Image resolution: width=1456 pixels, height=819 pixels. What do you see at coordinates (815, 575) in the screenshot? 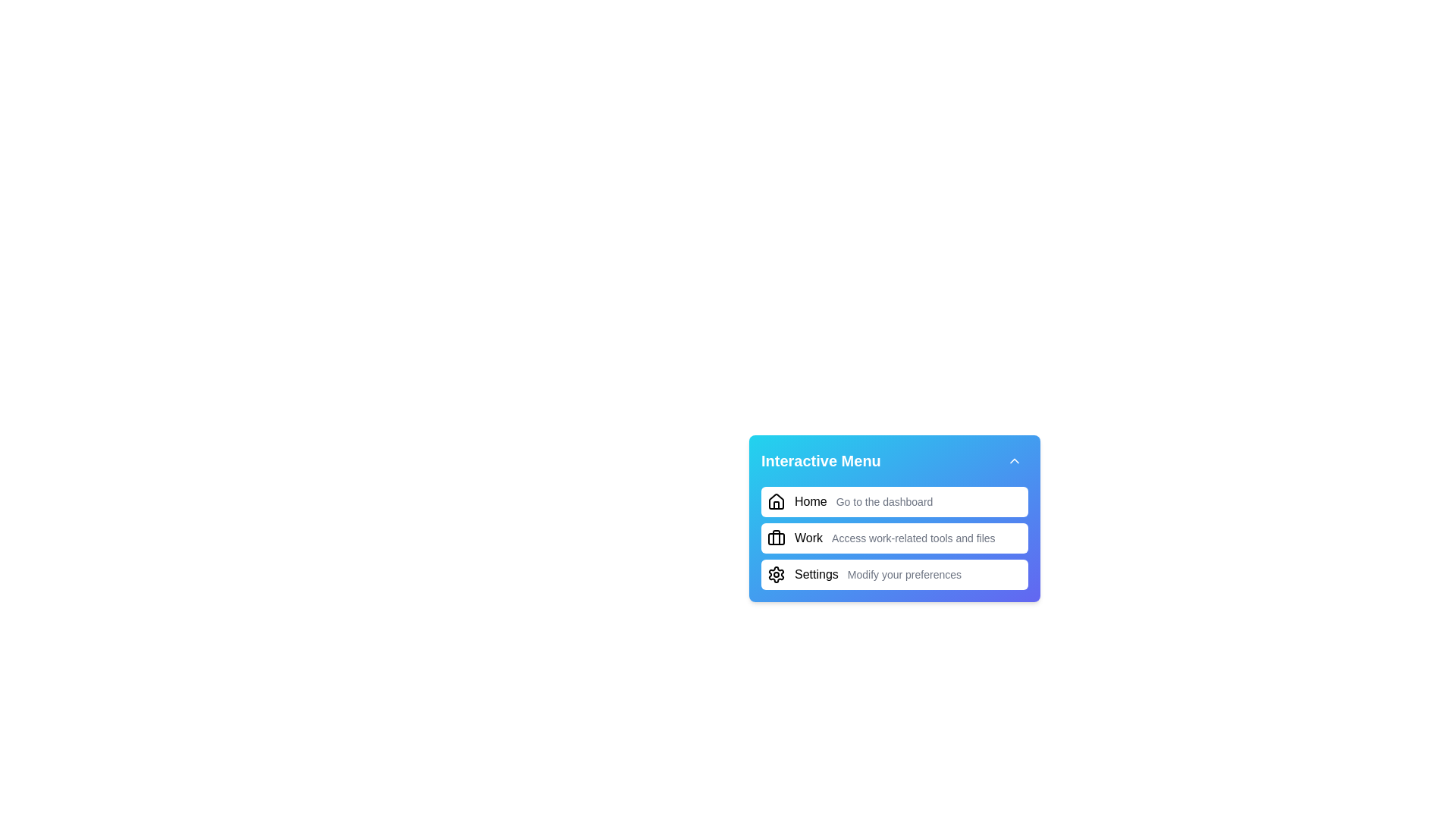
I see `text label indicating user settings or preferences, located in the last row of a vertically stacked interactive menu, to the immediate right of the gear icon` at bounding box center [815, 575].